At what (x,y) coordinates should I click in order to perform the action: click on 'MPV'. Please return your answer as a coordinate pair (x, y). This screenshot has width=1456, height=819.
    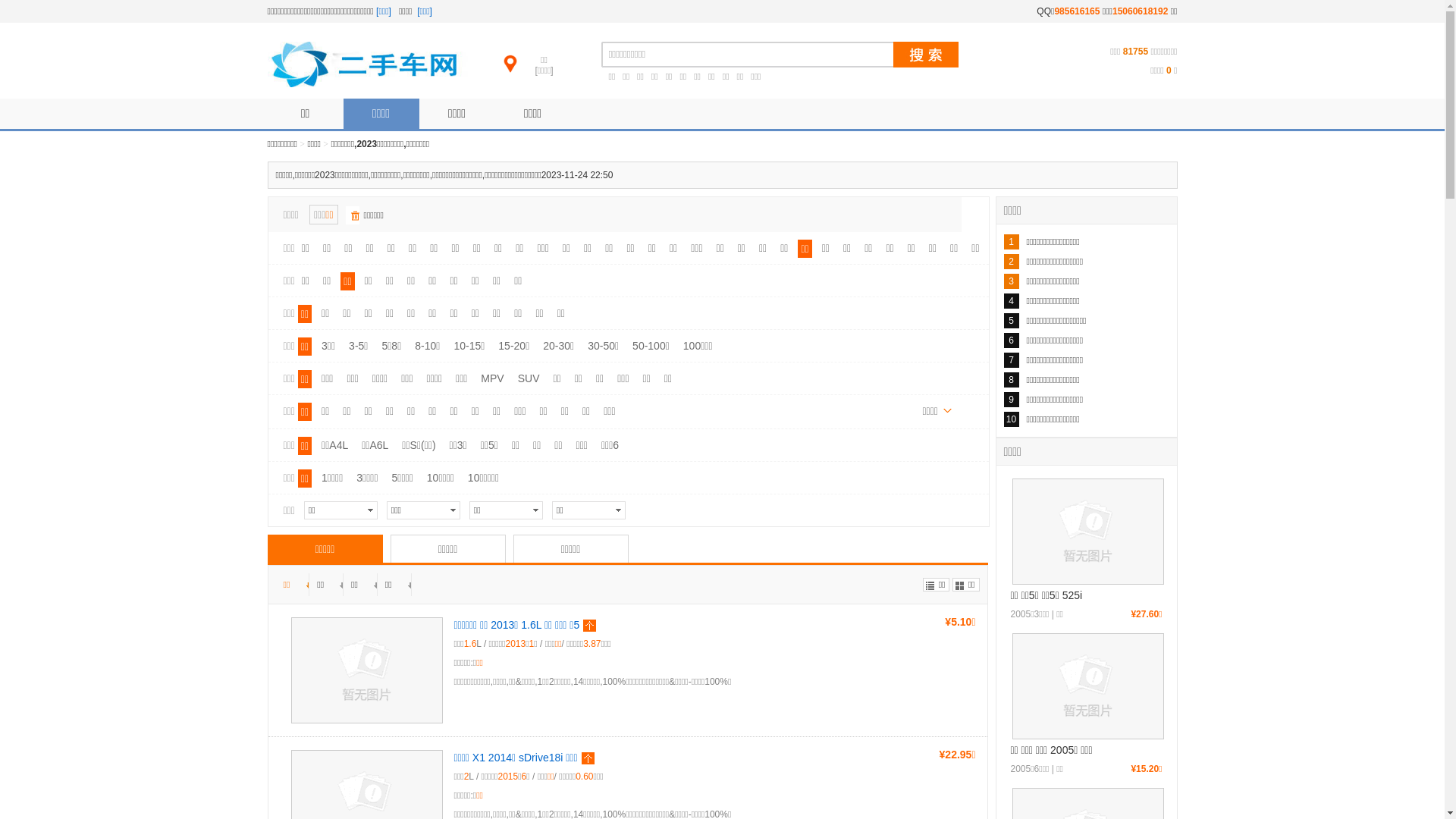
    Looking at the image, I should click on (475, 377).